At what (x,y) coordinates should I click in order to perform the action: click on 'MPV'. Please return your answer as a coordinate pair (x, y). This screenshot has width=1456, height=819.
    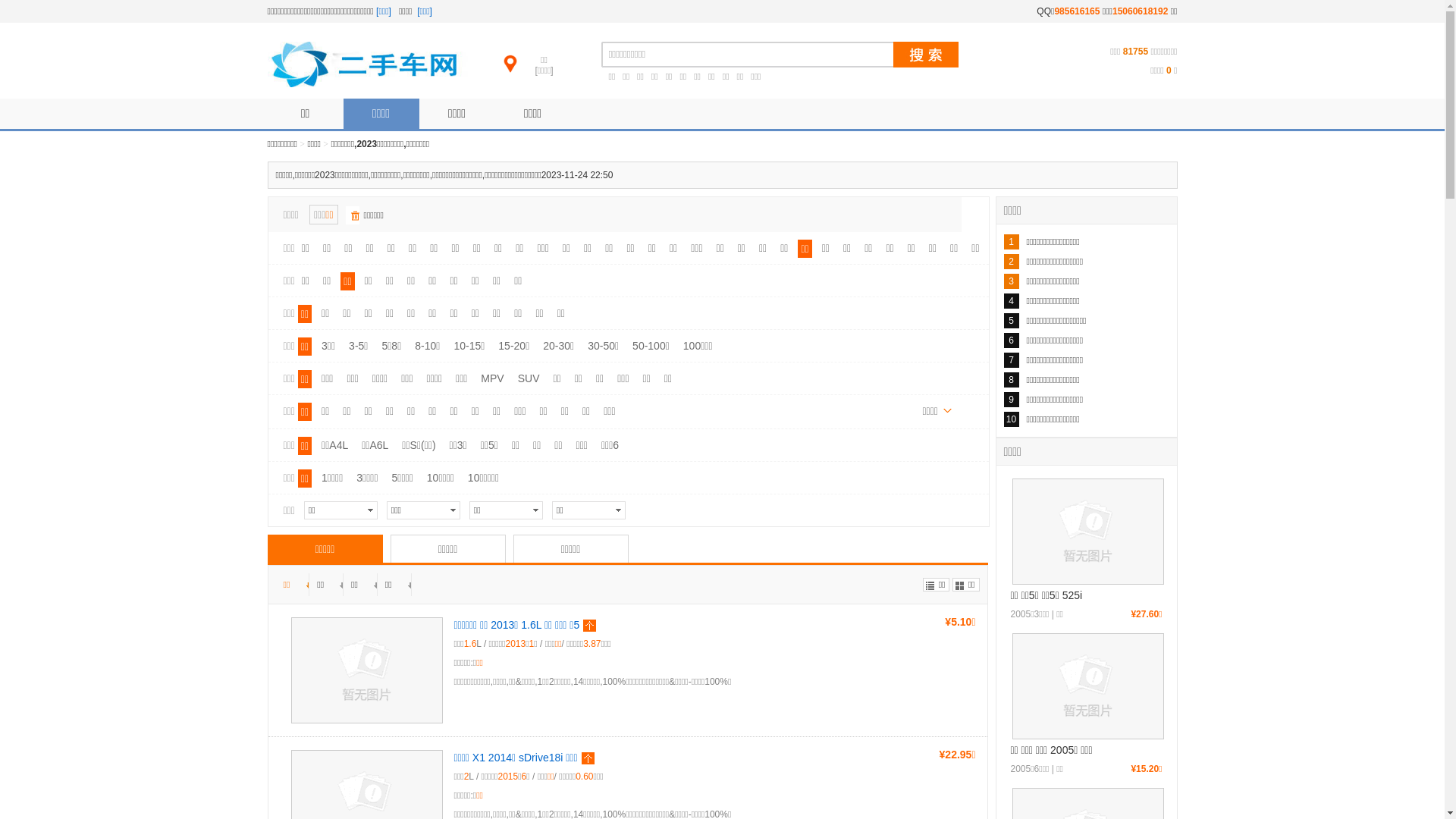
    Looking at the image, I should click on (475, 377).